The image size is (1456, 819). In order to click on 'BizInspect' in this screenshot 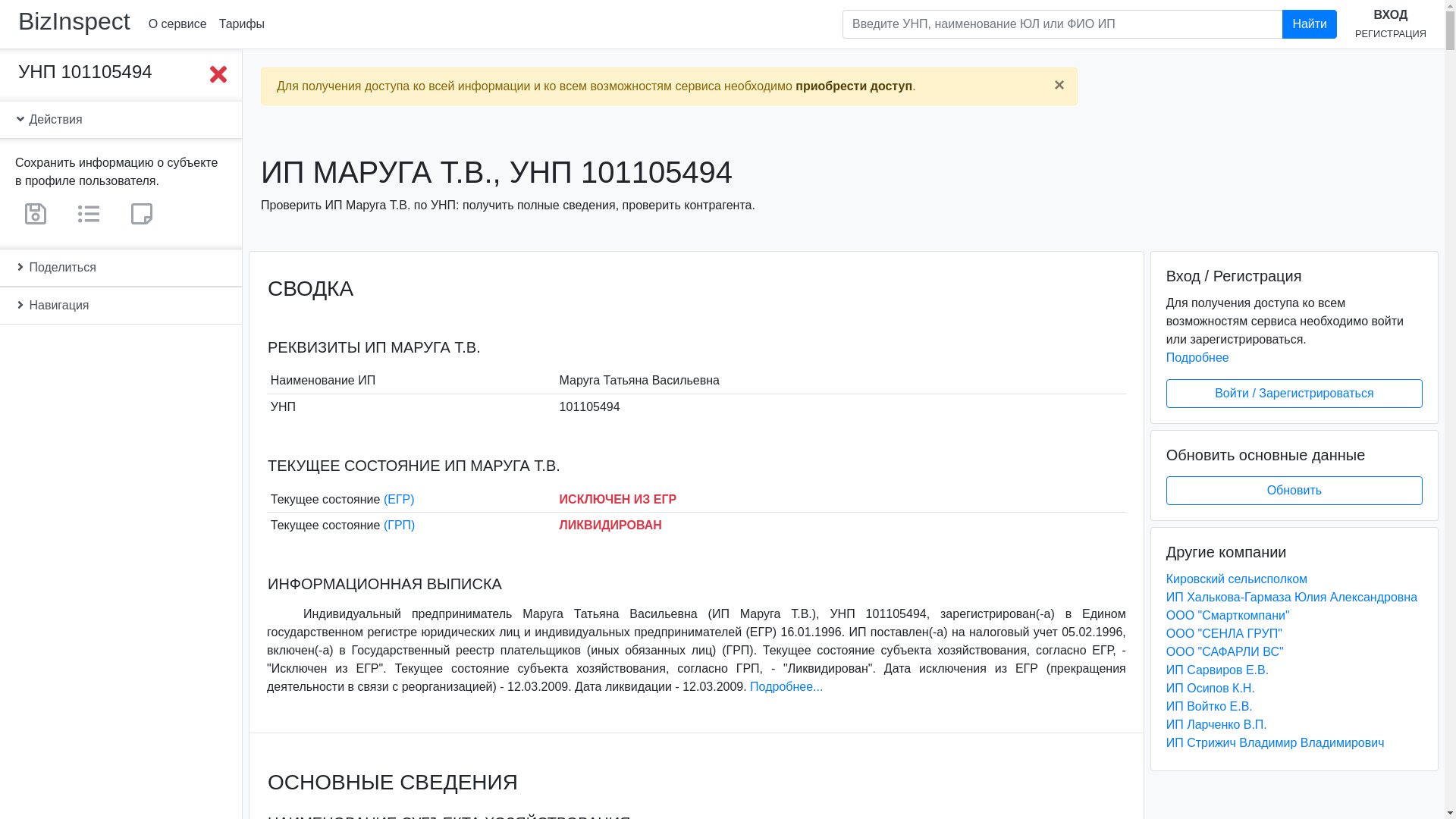, I will do `click(73, 20)`.